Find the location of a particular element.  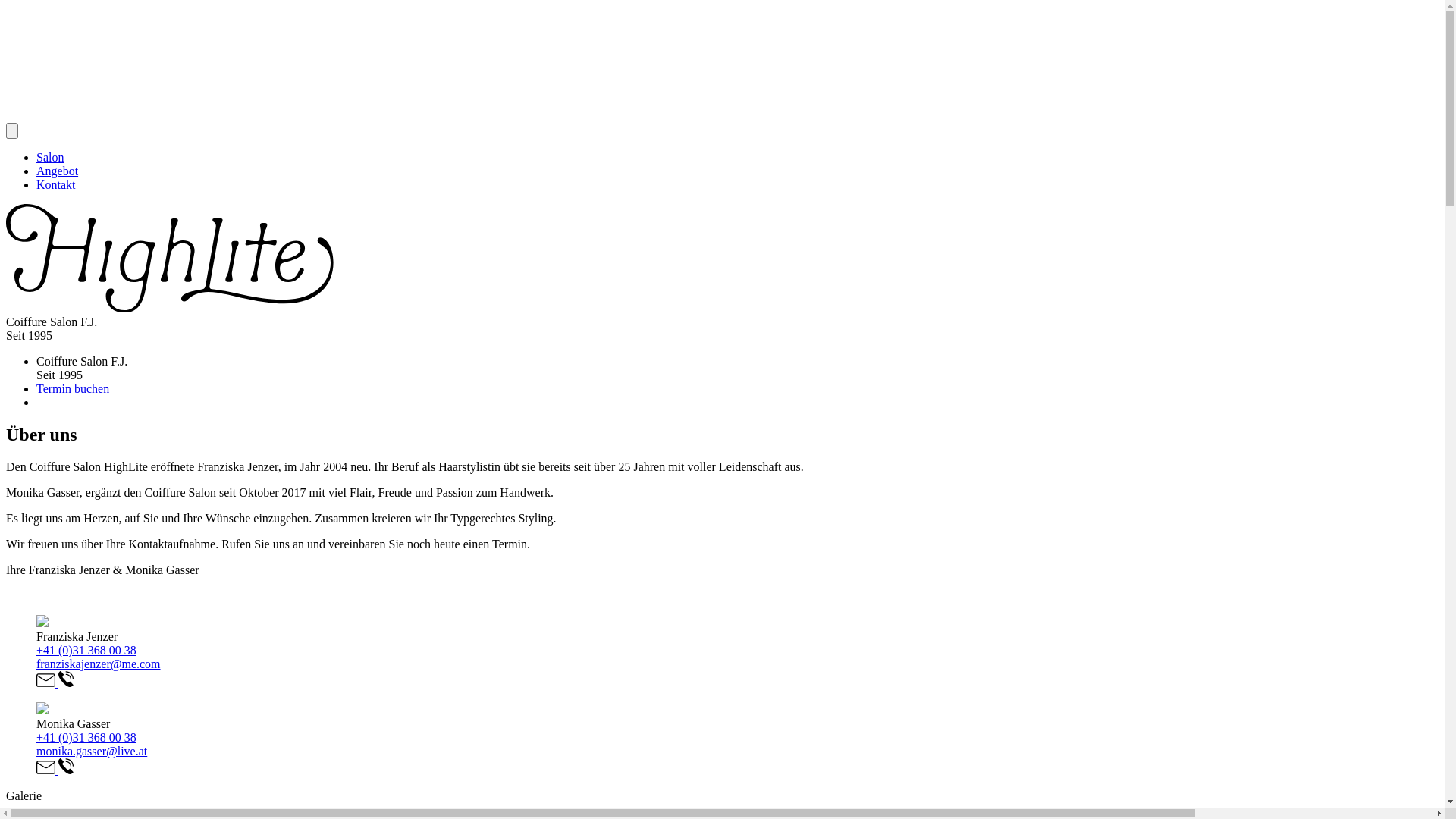

'Salon' is located at coordinates (36, 157).